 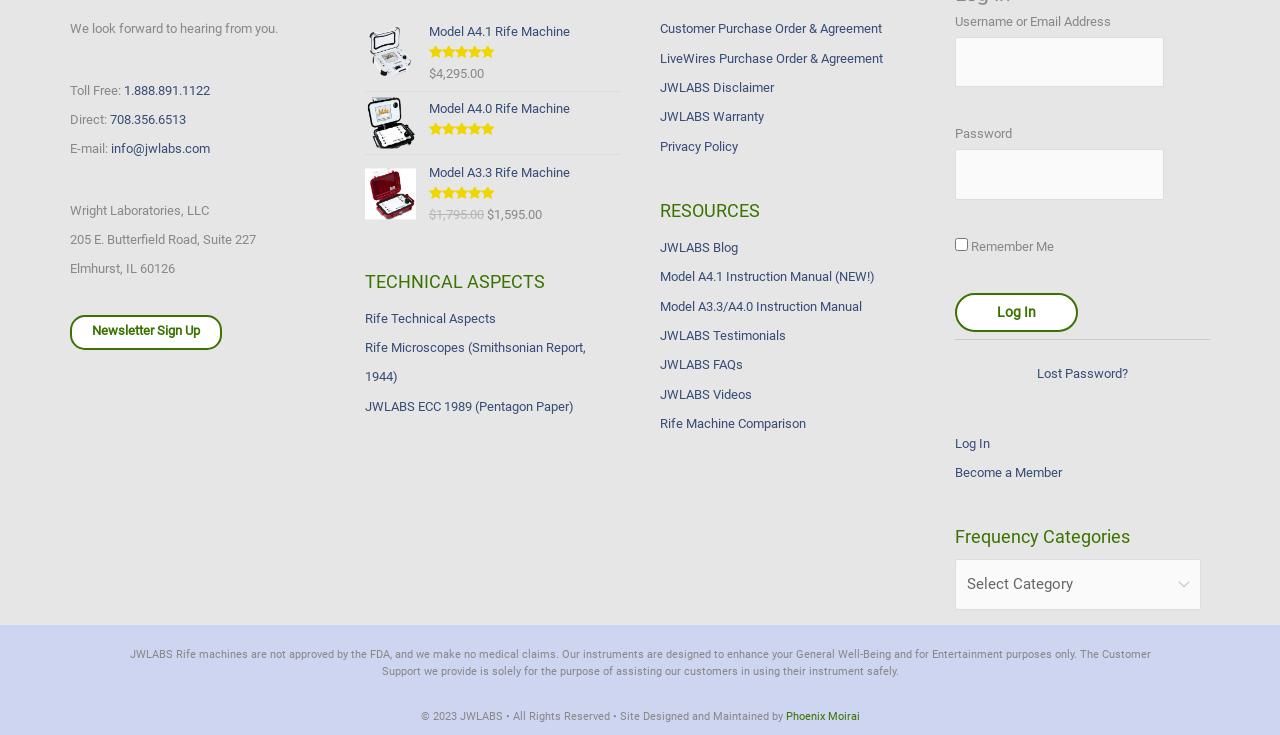 What do you see at coordinates (167, 89) in the screenshot?
I see `'1.888.891.1122'` at bounding box center [167, 89].